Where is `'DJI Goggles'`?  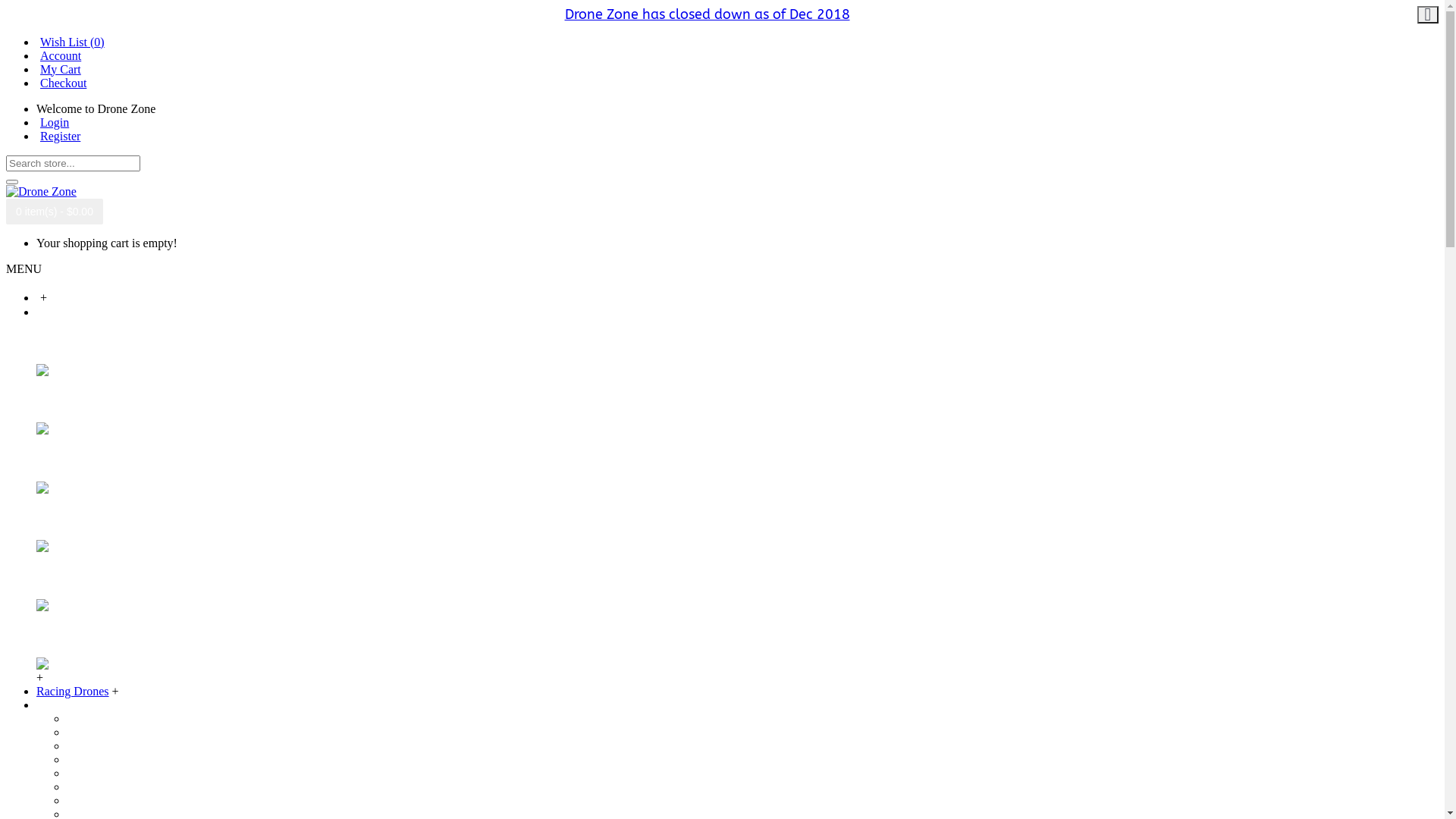 'DJI Goggles' is located at coordinates (96, 799).